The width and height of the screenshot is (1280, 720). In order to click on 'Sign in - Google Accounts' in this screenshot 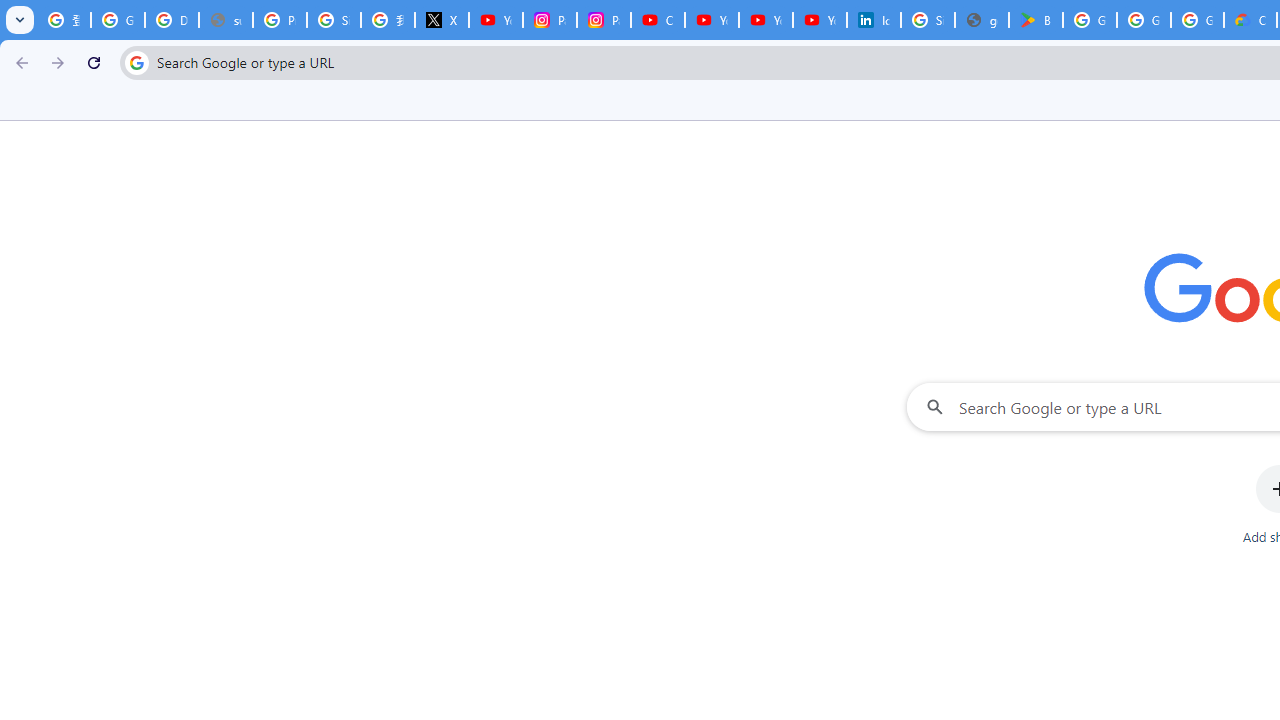, I will do `click(334, 20)`.